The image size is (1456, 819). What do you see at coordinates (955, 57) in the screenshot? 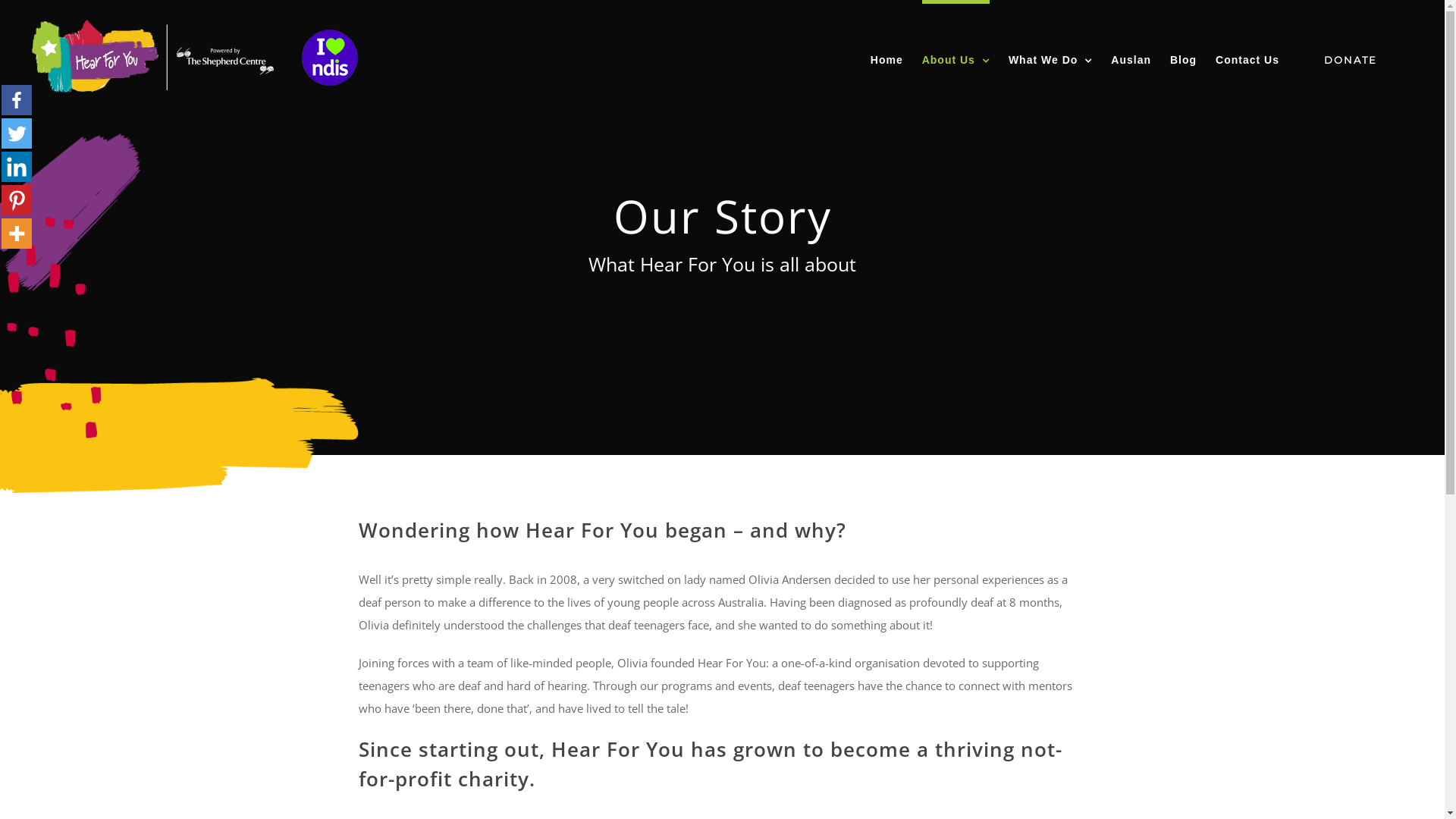
I see `'About Us'` at bounding box center [955, 57].